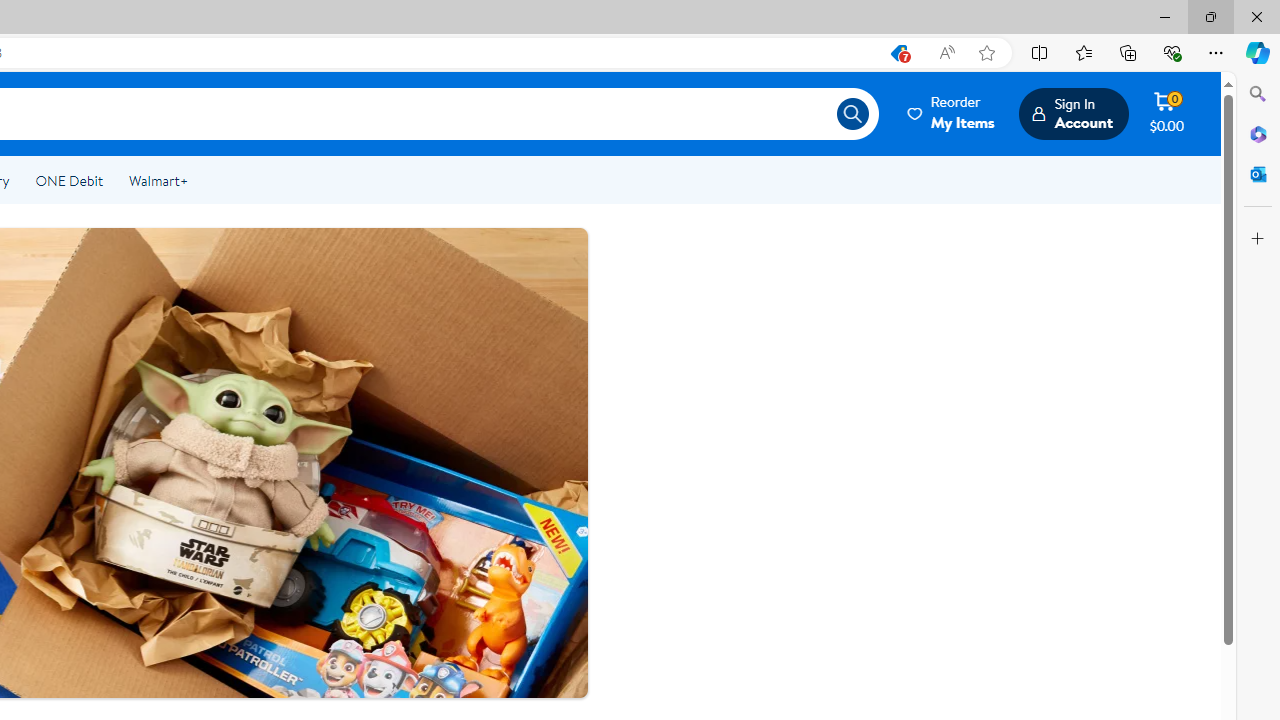 The width and height of the screenshot is (1280, 720). I want to click on 'Search icon', so click(852, 114).